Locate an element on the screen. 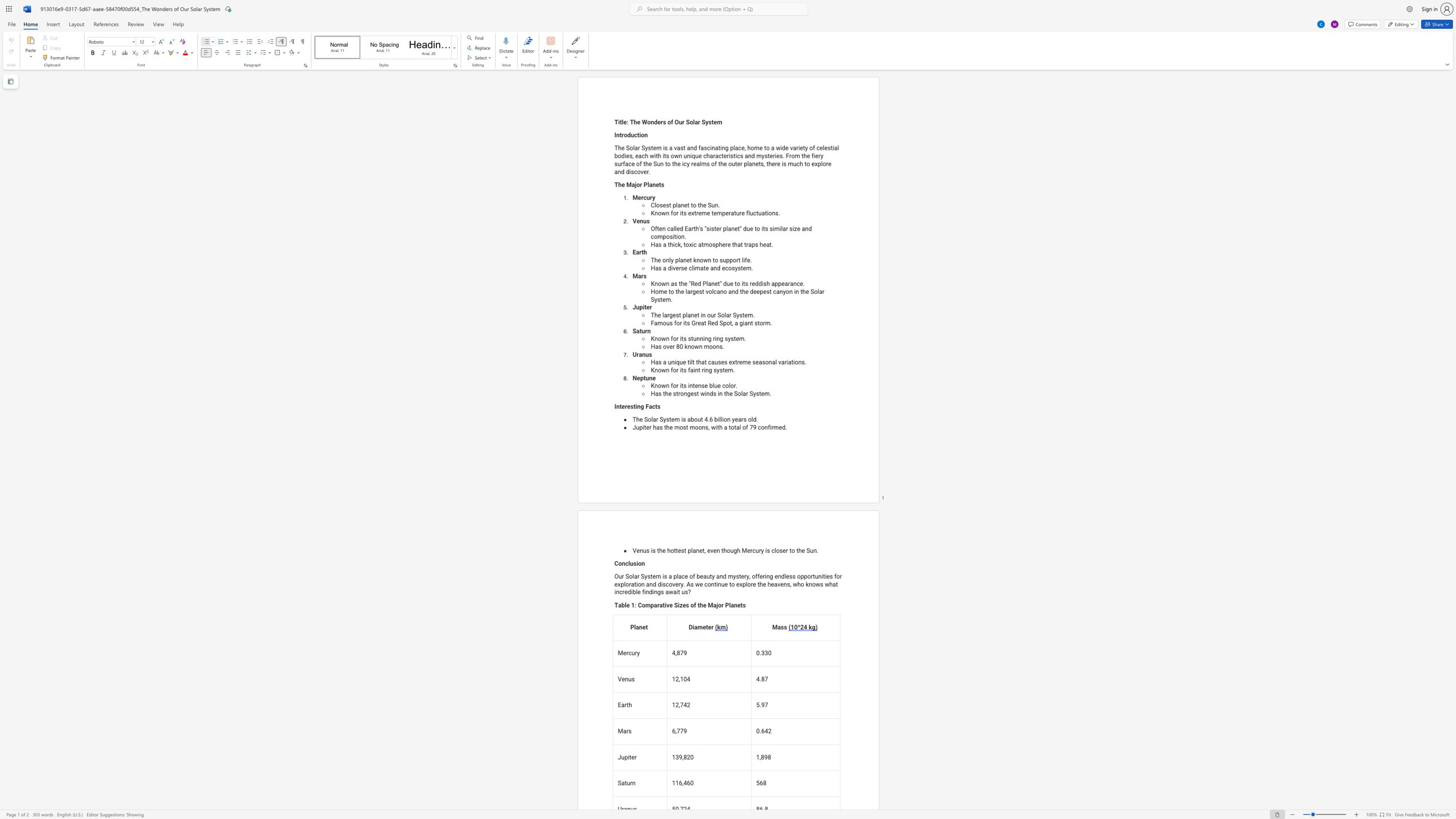  the 1th character "u" in the text is located at coordinates (632, 563).